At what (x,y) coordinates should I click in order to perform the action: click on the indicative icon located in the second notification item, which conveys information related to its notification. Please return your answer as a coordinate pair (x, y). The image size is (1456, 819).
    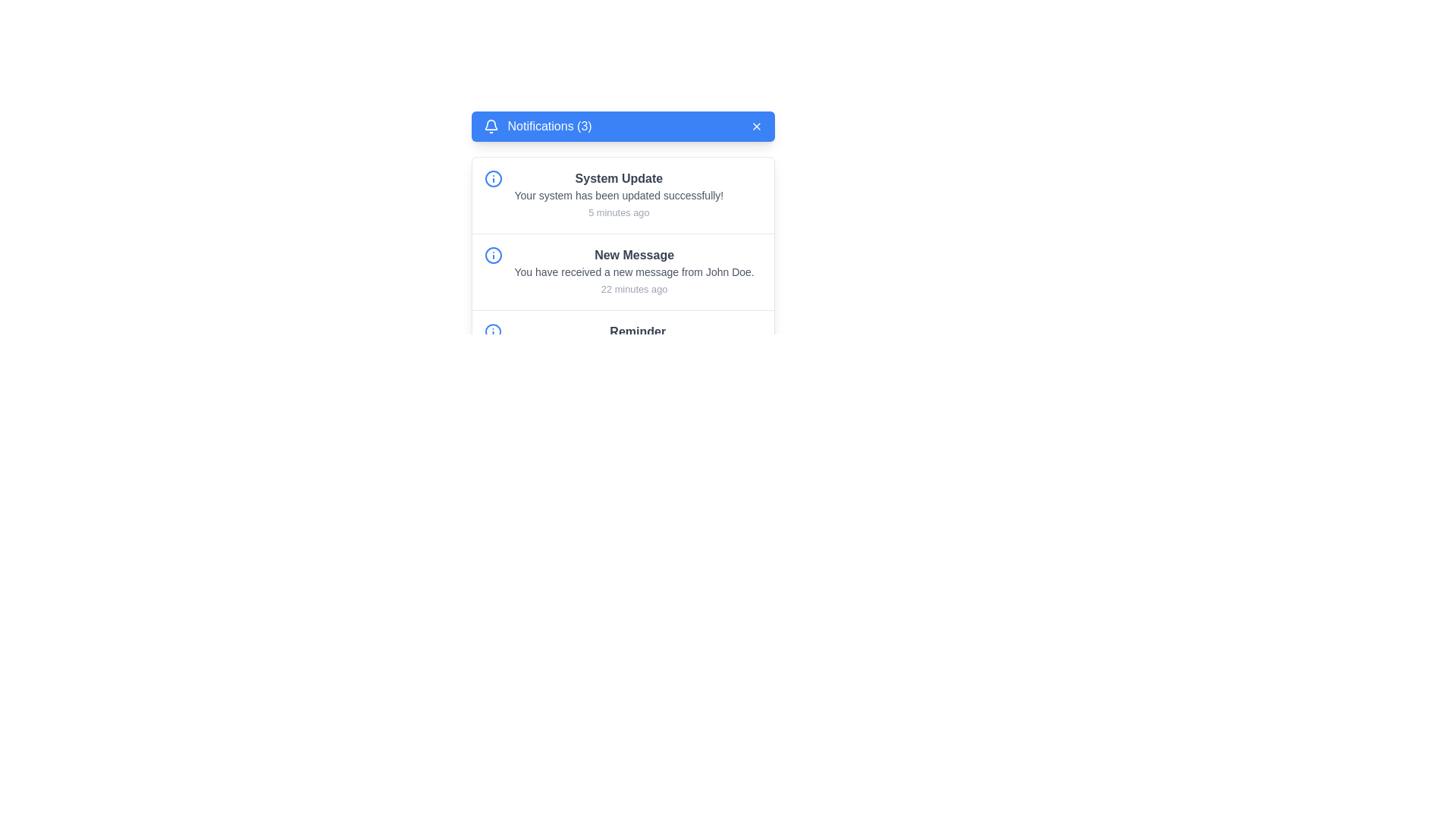
    Looking at the image, I should click on (493, 254).